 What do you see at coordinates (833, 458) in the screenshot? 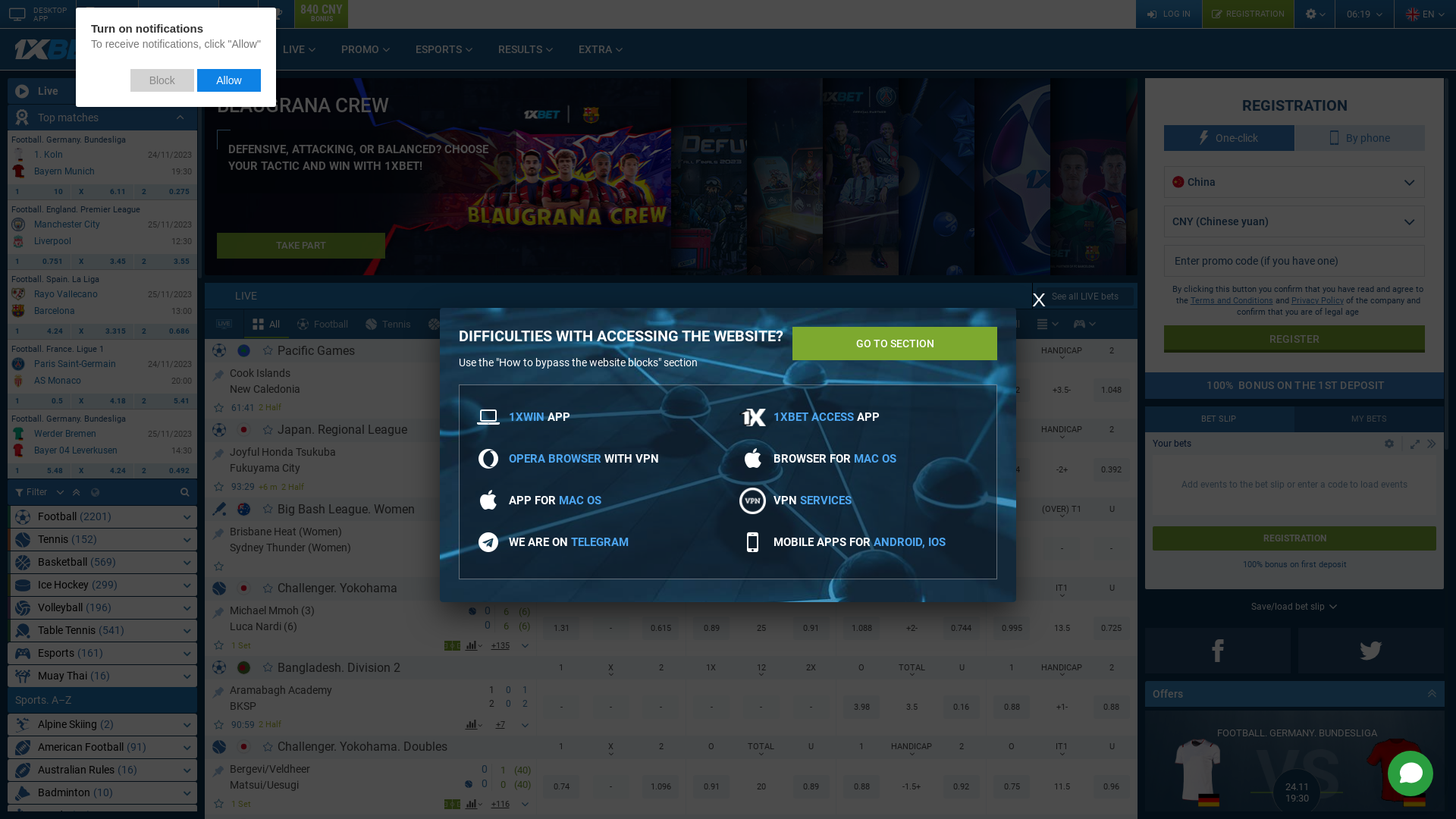
I see `'BROWSER FOR MAC OS'` at bounding box center [833, 458].